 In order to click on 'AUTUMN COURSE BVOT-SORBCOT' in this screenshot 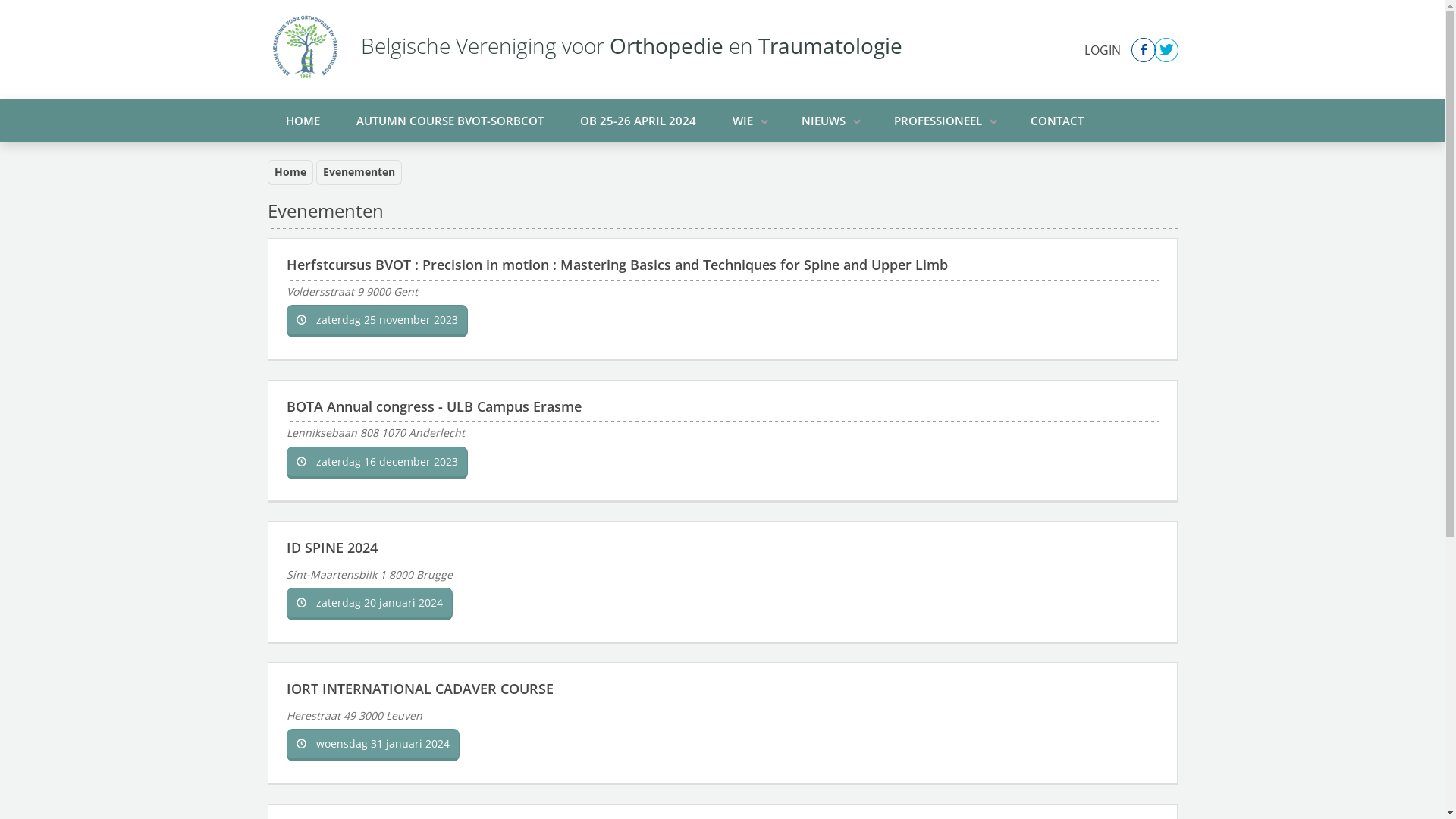, I will do `click(449, 119)`.